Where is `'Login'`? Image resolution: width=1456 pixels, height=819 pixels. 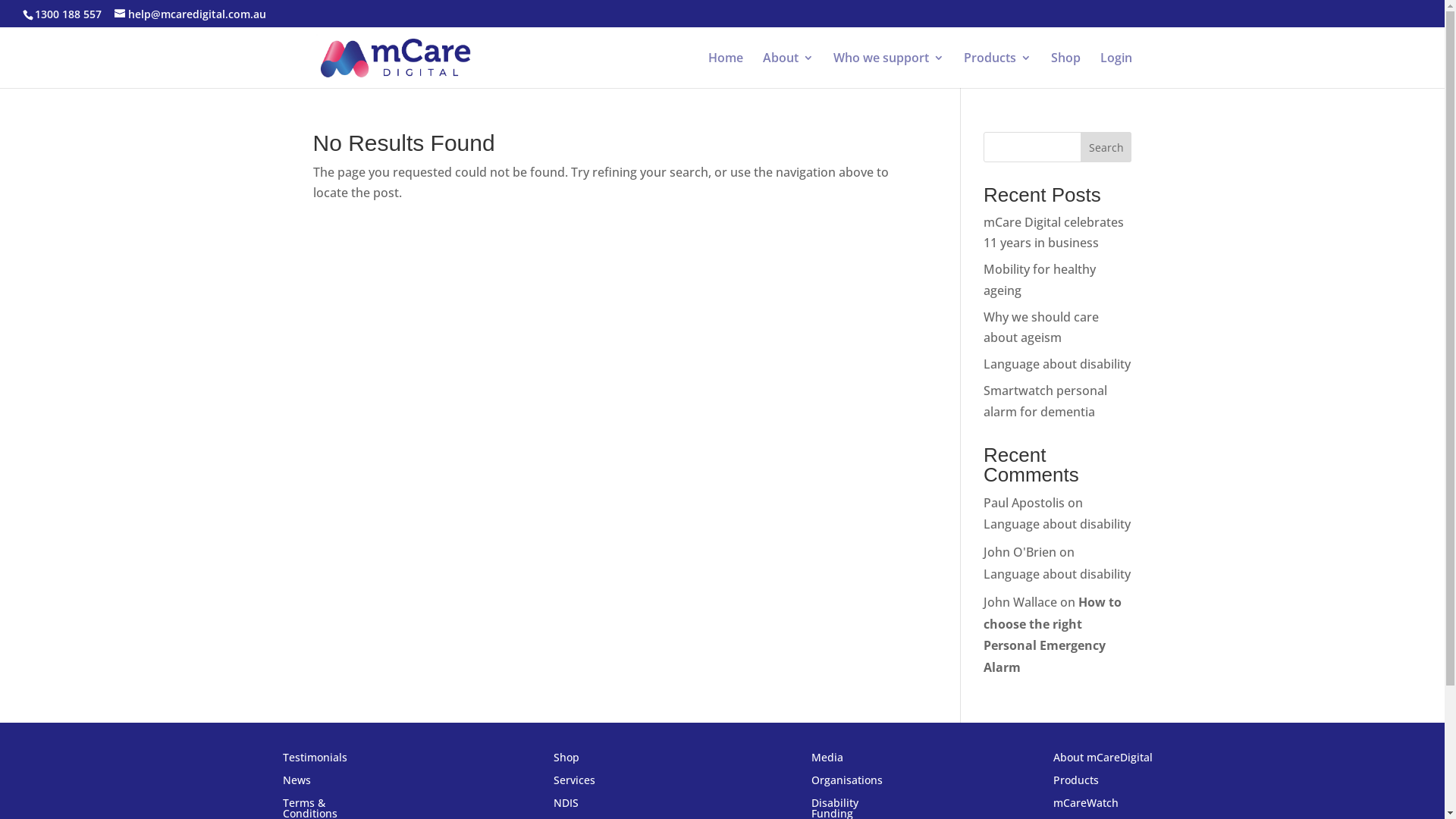
'Login' is located at coordinates (1115, 70).